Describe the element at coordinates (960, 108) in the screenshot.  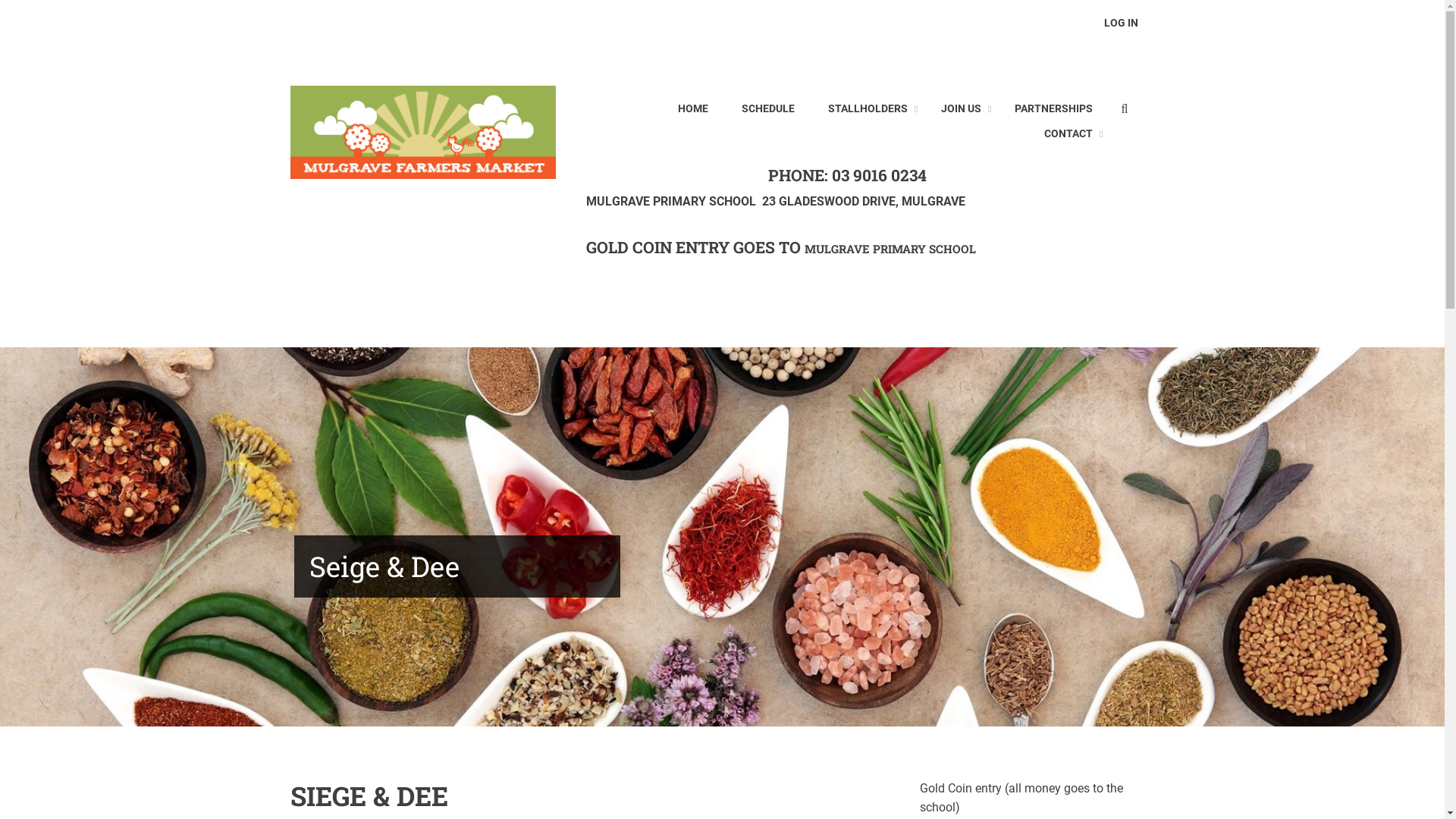
I see `'JOIN US'` at that location.